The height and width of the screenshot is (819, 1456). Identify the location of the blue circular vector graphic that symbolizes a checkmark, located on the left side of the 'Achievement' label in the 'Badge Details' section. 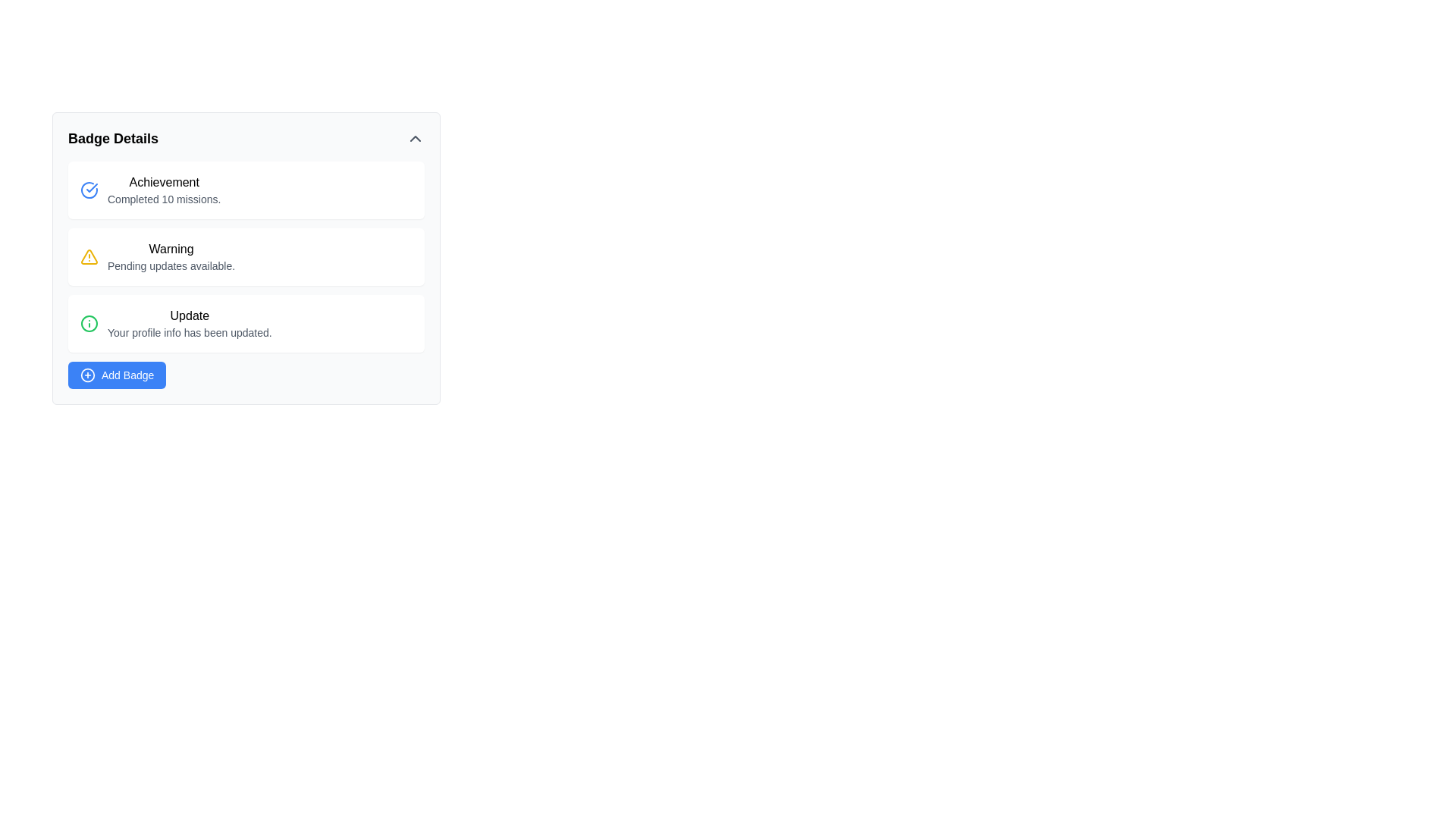
(89, 189).